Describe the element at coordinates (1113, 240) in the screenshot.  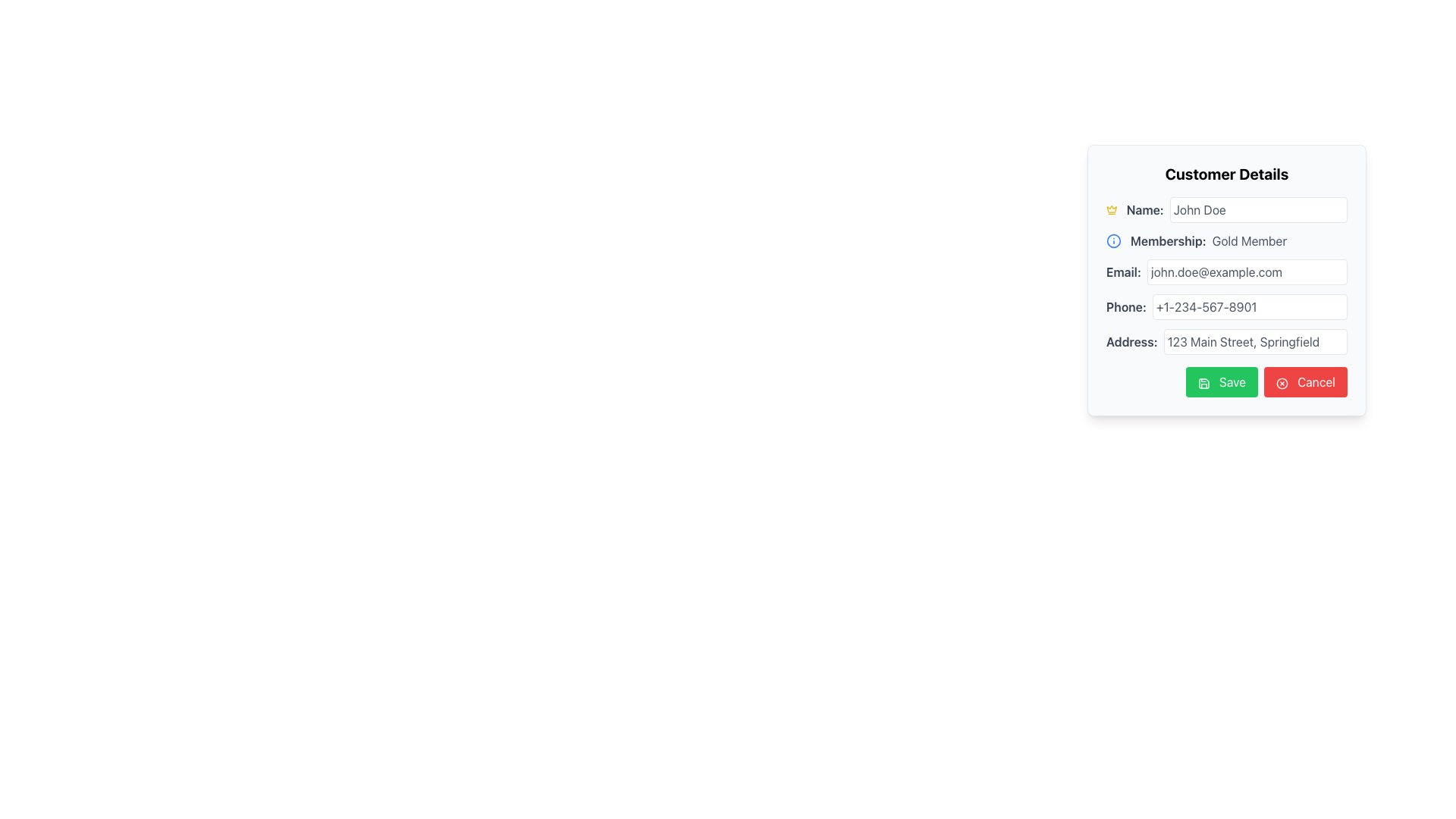
I see `the information icon located to the left of the 'Membership:' label in the 'Customer Details' form` at that location.